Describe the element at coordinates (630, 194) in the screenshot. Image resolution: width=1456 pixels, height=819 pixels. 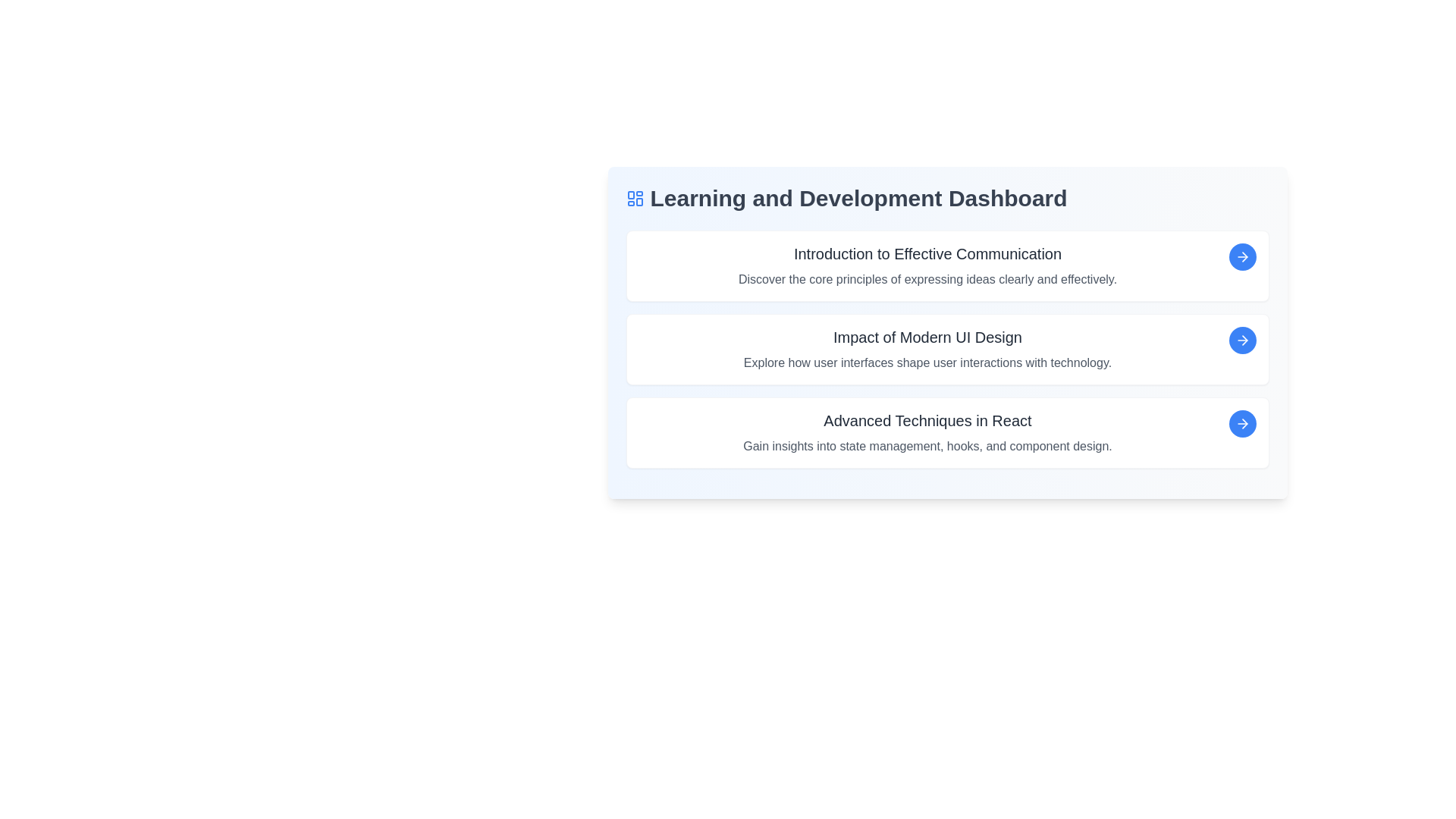
I see `the small rectangular graphical indicator with rounded corners and a blue outline, located in the top-left corner of the grid structure, preceding the 'Learning and Development Dashboard' title` at that location.